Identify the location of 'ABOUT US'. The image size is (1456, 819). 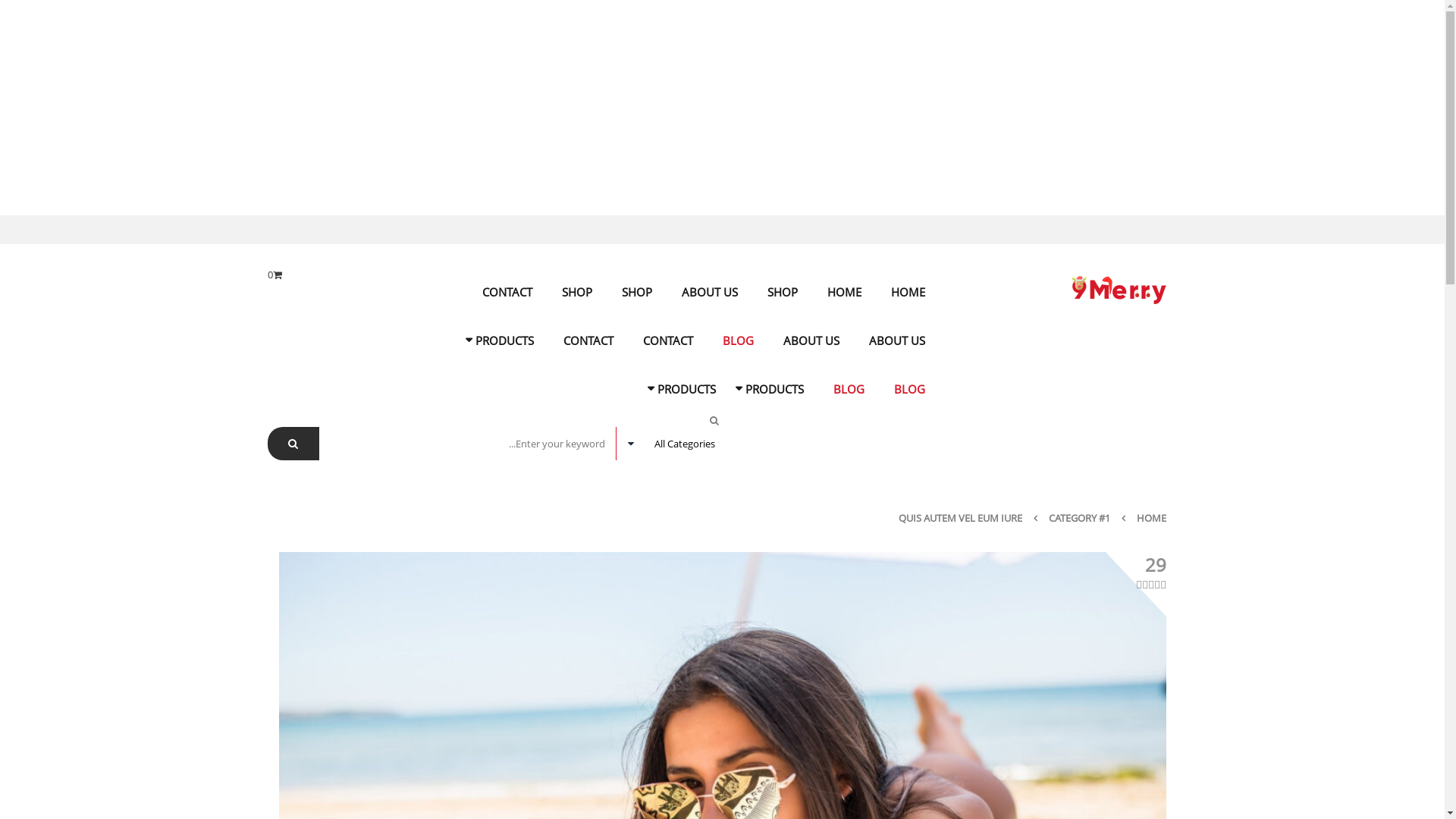
(896, 339).